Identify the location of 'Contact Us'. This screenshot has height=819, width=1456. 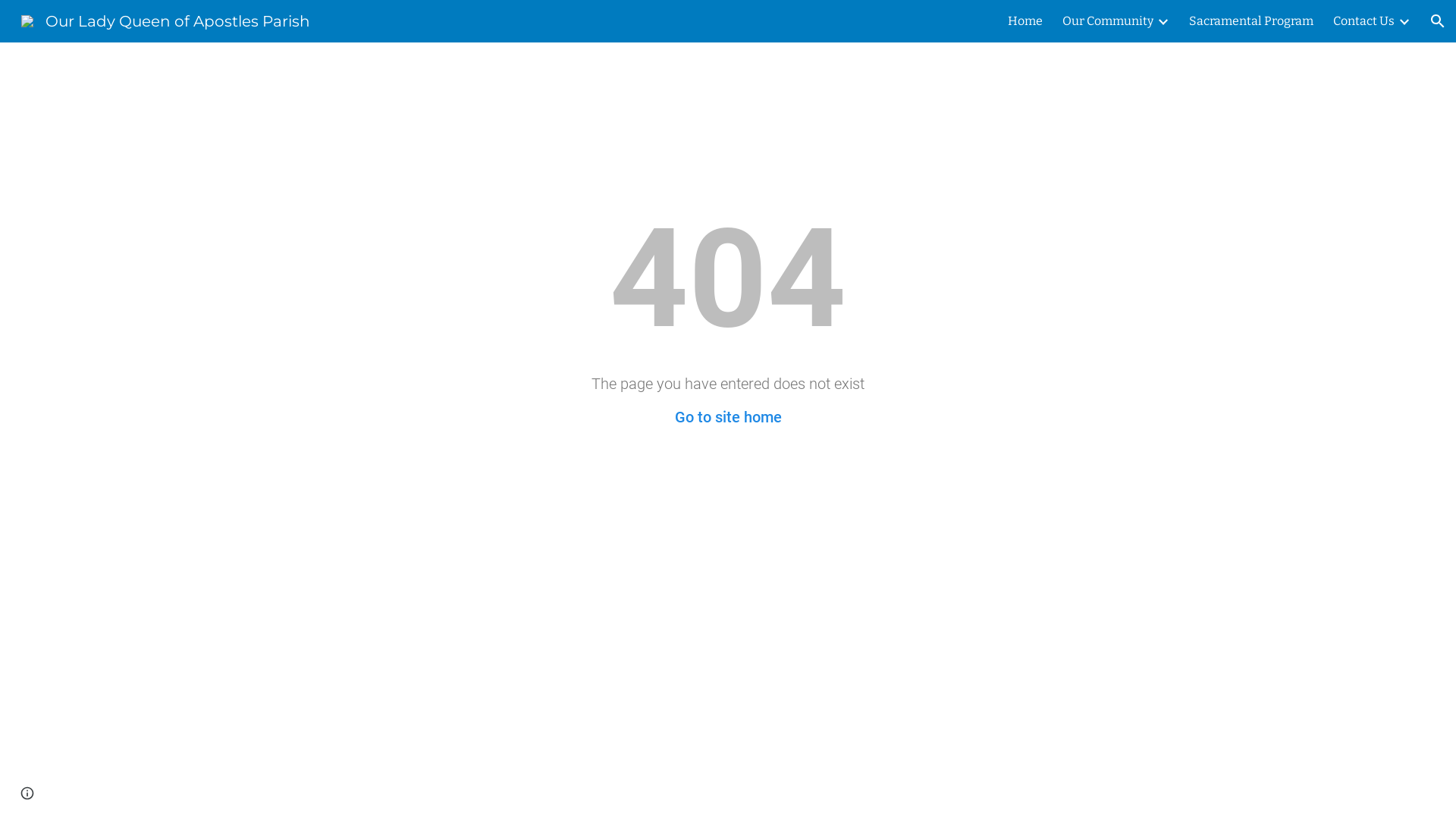
(1363, 20).